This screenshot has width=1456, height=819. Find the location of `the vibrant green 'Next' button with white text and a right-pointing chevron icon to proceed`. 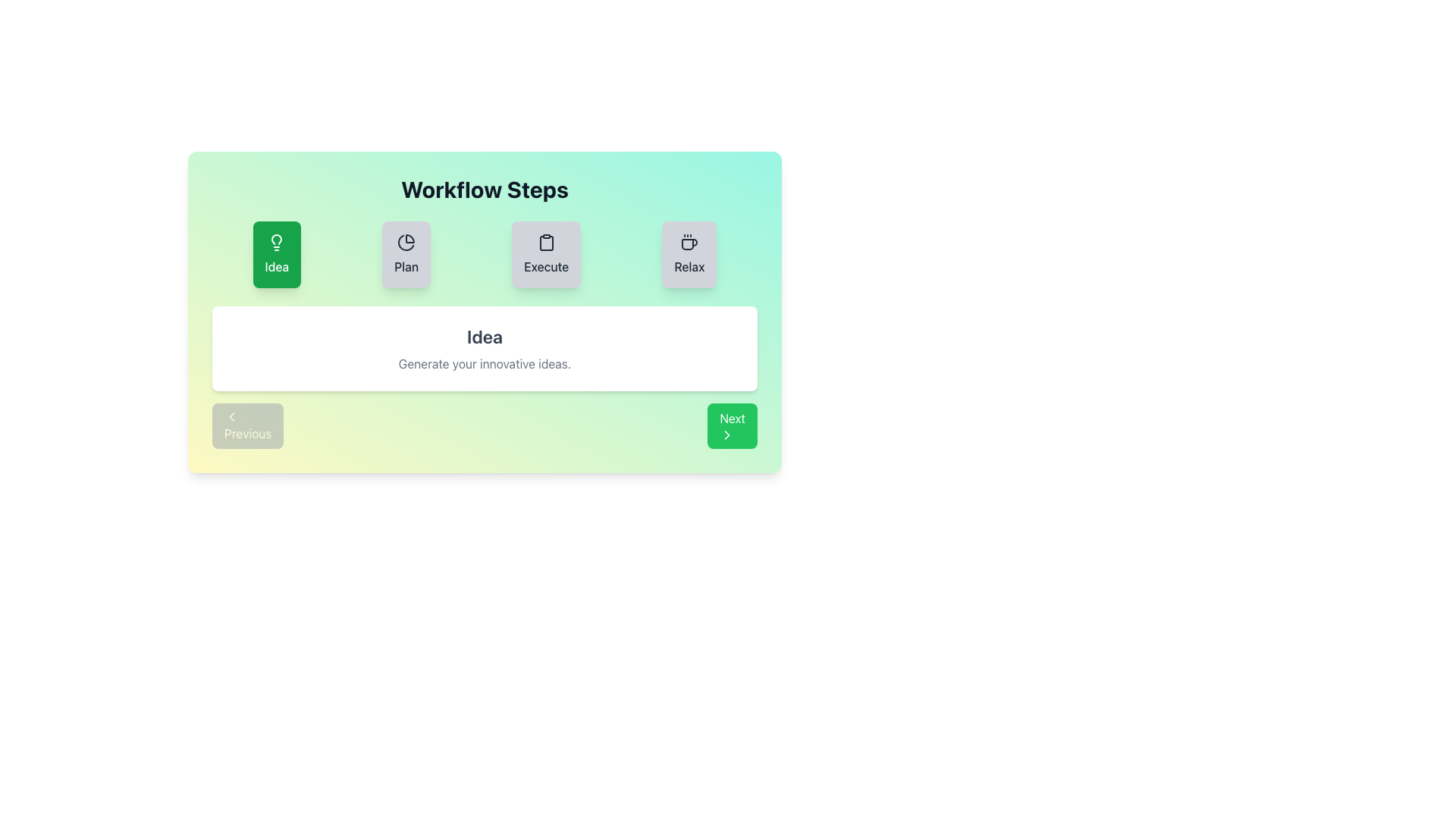

the vibrant green 'Next' button with white text and a right-pointing chevron icon to proceed is located at coordinates (733, 426).